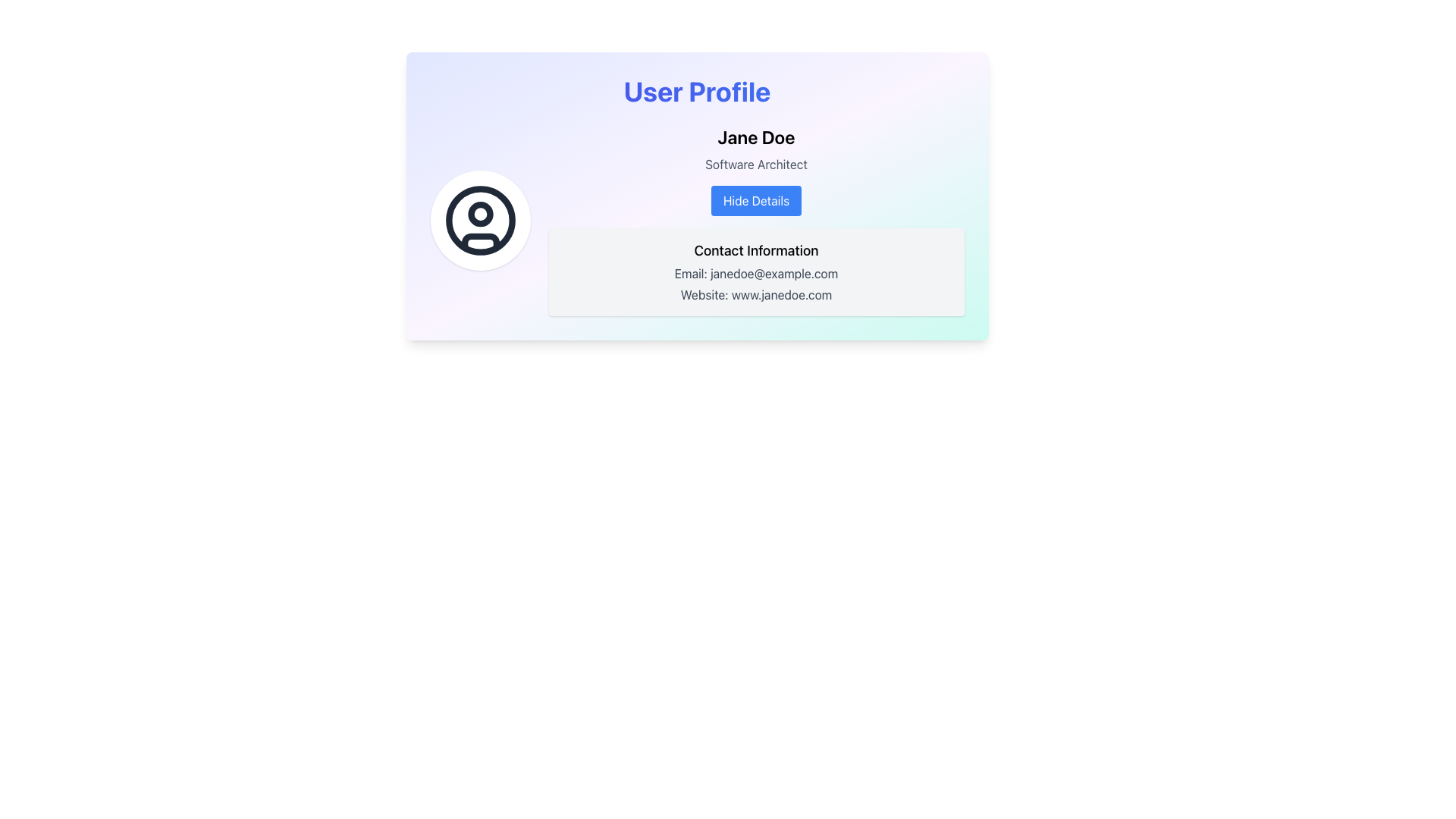  What do you see at coordinates (479, 214) in the screenshot?
I see `the filled circle located at the center of the outlined circular frame within the user profile icon` at bounding box center [479, 214].